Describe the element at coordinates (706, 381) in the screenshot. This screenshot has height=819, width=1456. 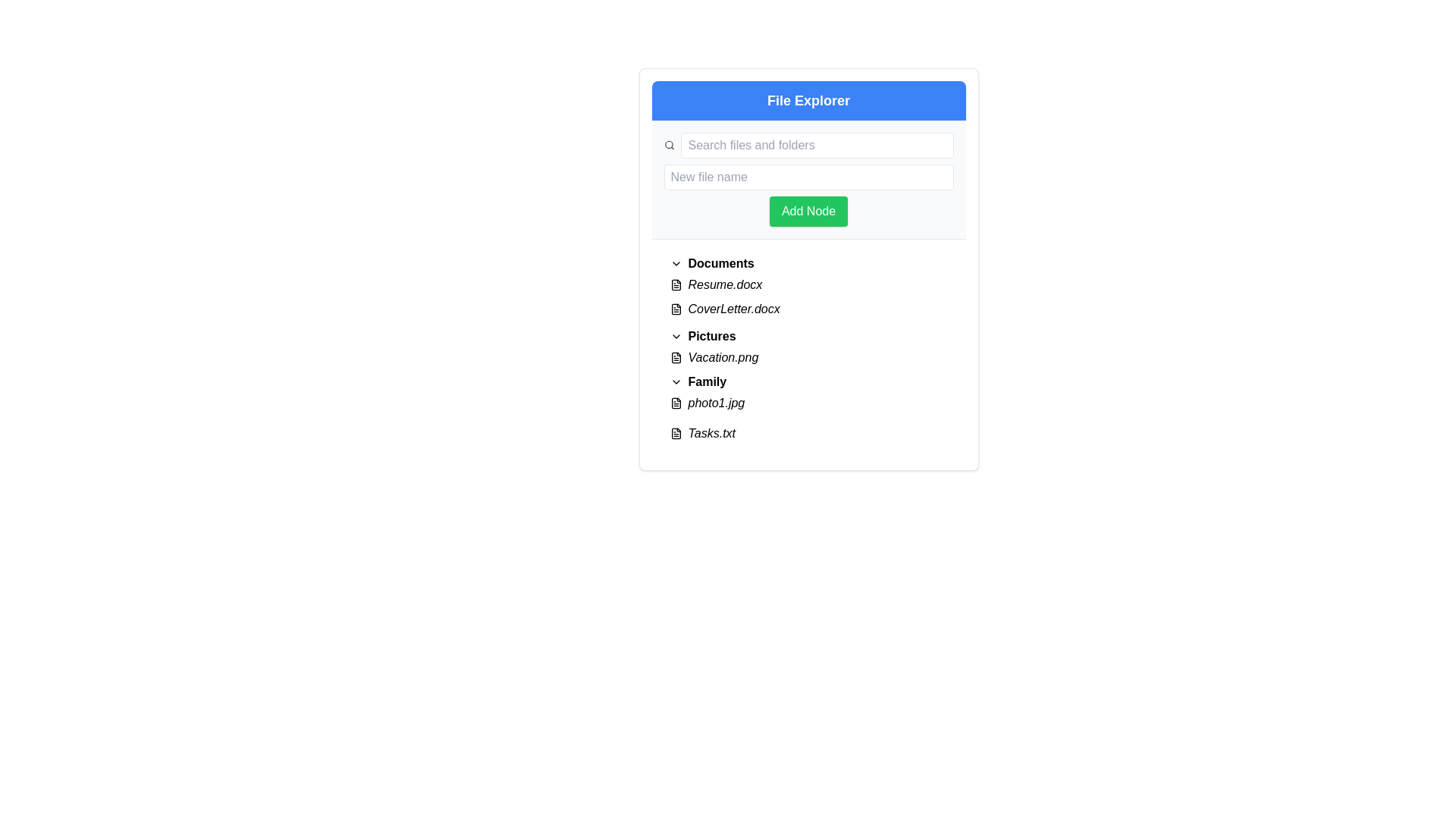
I see `the 'Family' folder within the expanded 'Pictures' folder` at that location.